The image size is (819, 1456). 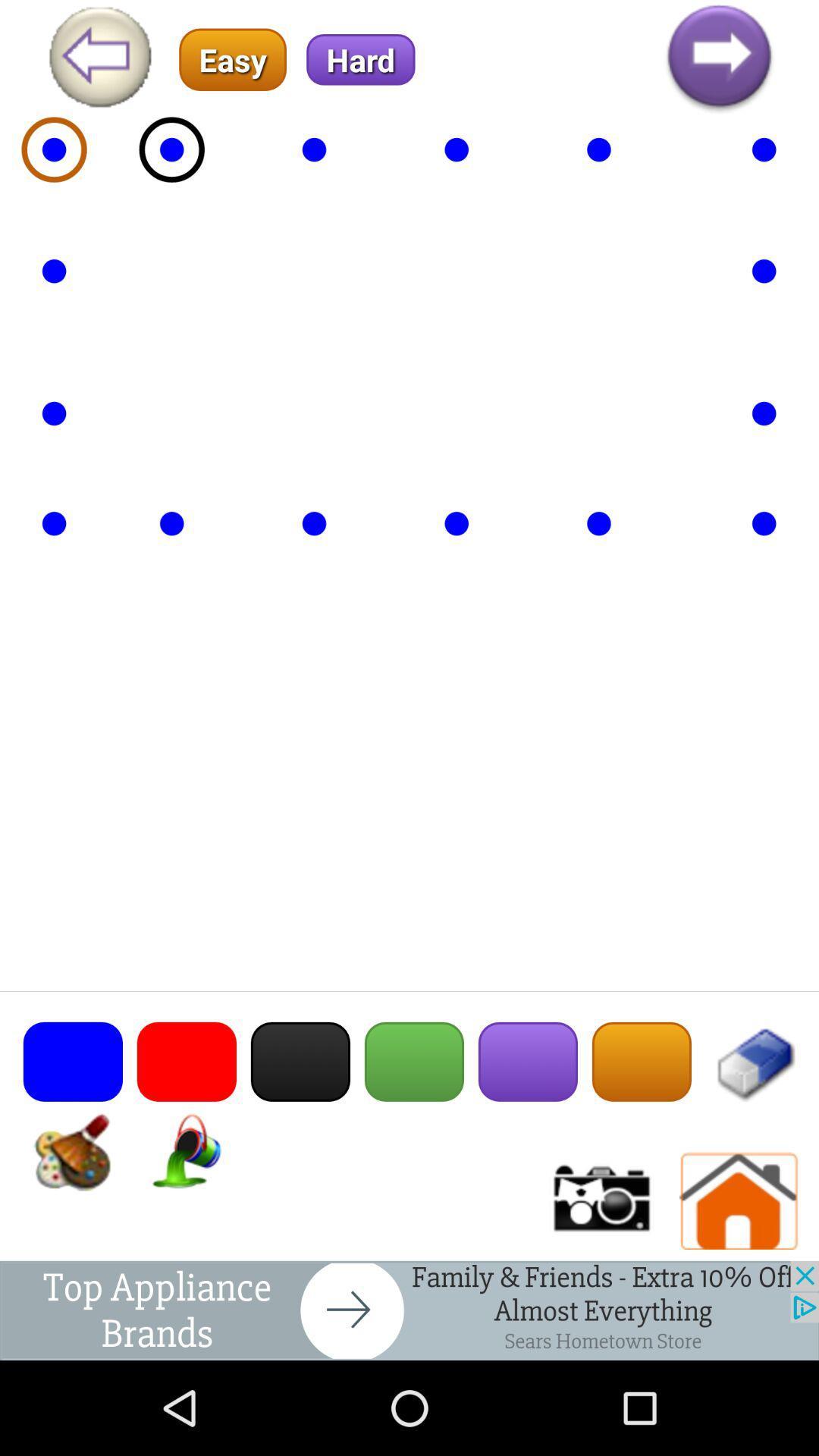 What do you see at coordinates (409, 1310) in the screenshot?
I see `follow advertisement link` at bounding box center [409, 1310].